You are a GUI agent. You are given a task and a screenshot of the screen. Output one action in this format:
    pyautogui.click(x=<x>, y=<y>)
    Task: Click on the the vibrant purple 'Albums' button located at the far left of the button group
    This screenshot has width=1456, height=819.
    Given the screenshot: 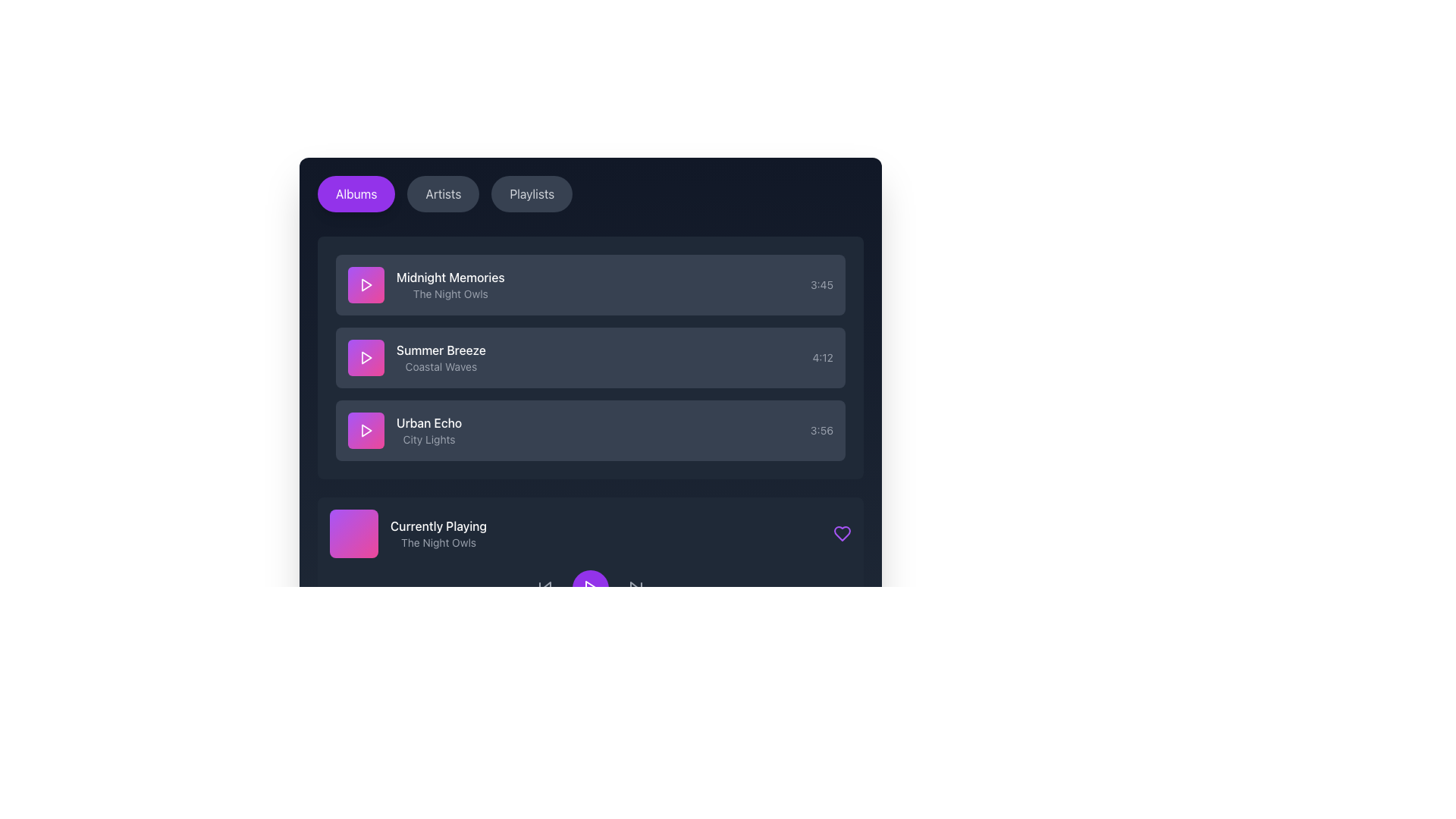 What is the action you would take?
    pyautogui.click(x=356, y=193)
    